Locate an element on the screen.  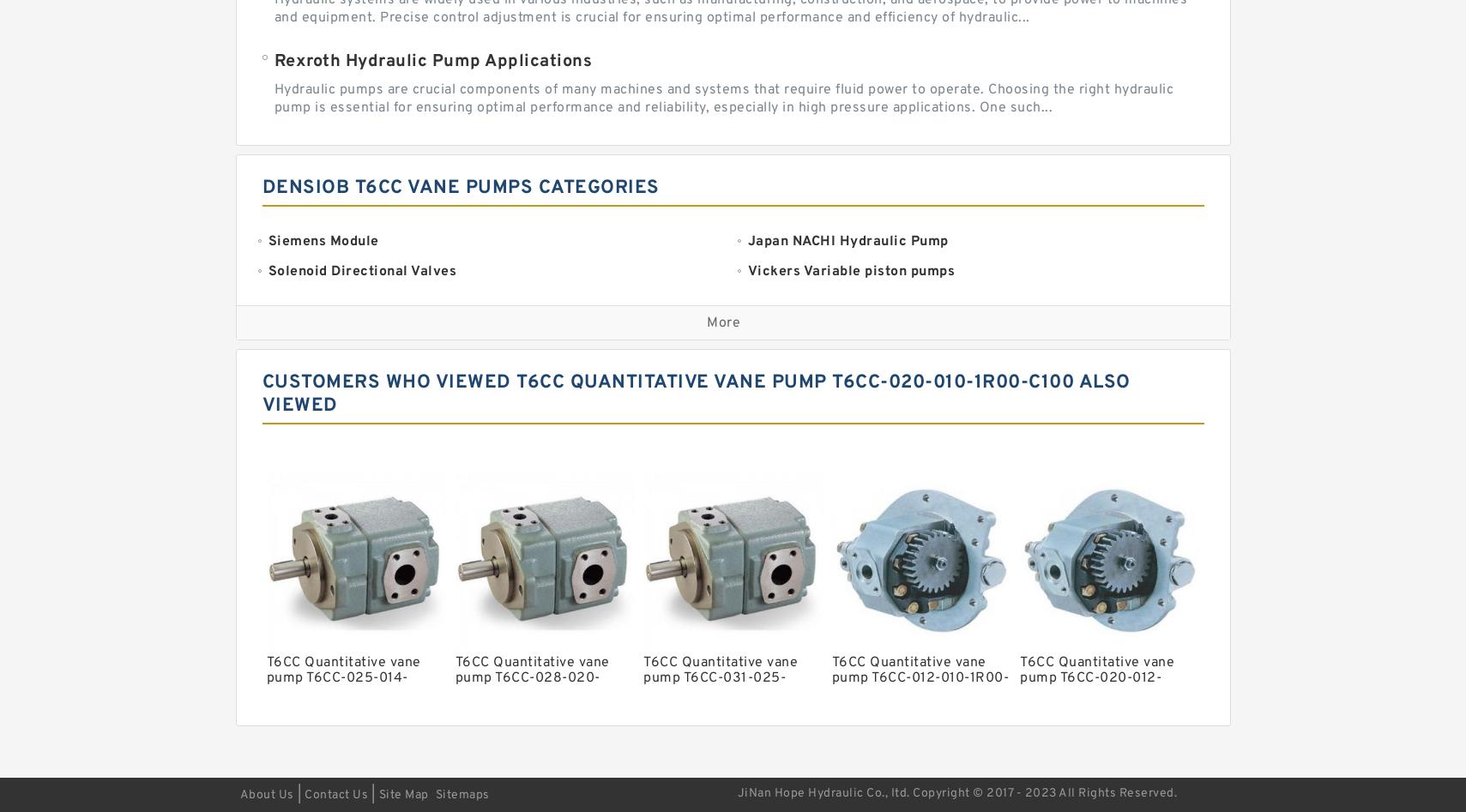
'Site Map' is located at coordinates (401, 793).